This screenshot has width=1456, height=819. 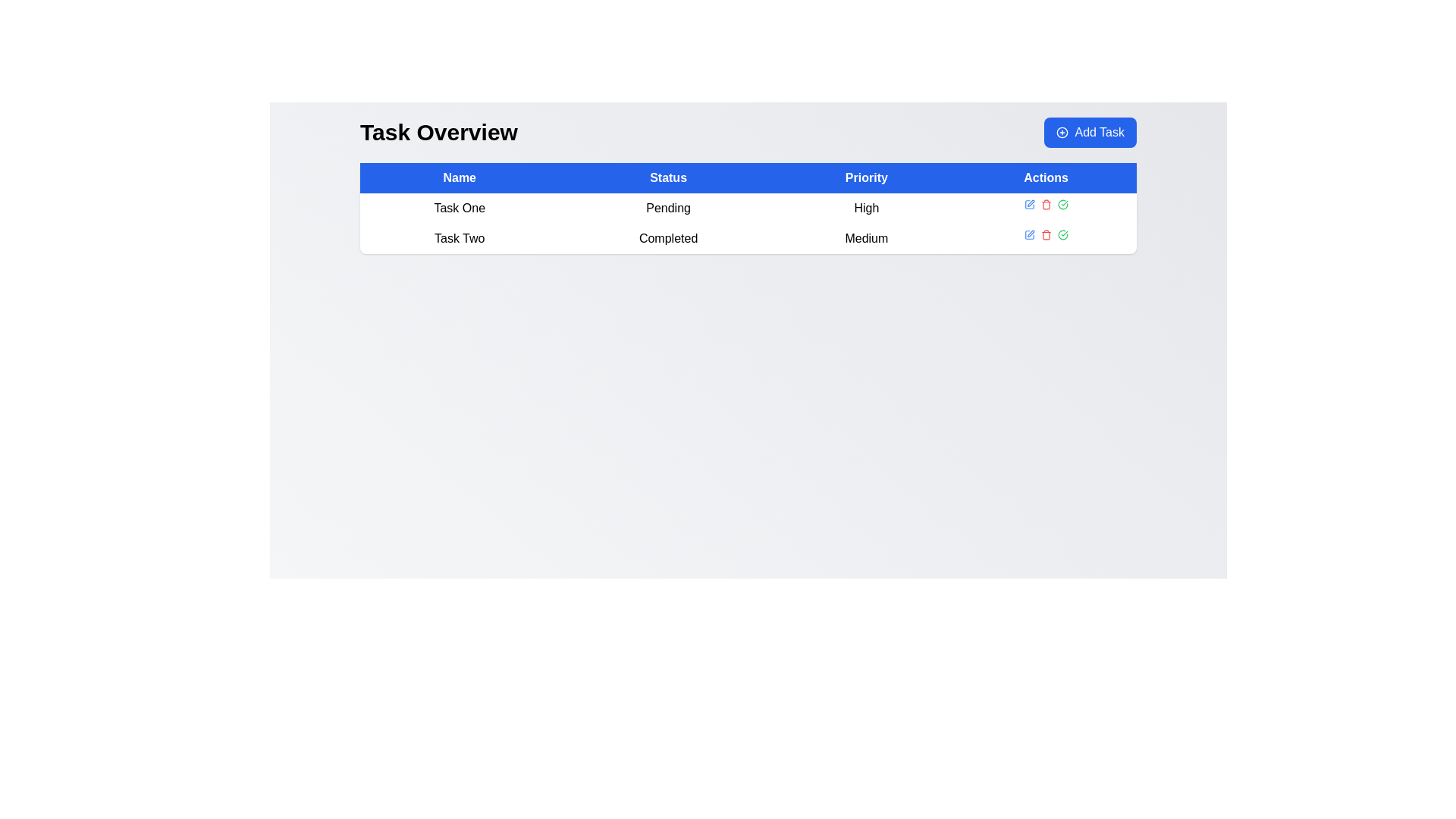 I want to click on the trash icon located in the actions column of the second row of the table, so click(x=1045, y=206).